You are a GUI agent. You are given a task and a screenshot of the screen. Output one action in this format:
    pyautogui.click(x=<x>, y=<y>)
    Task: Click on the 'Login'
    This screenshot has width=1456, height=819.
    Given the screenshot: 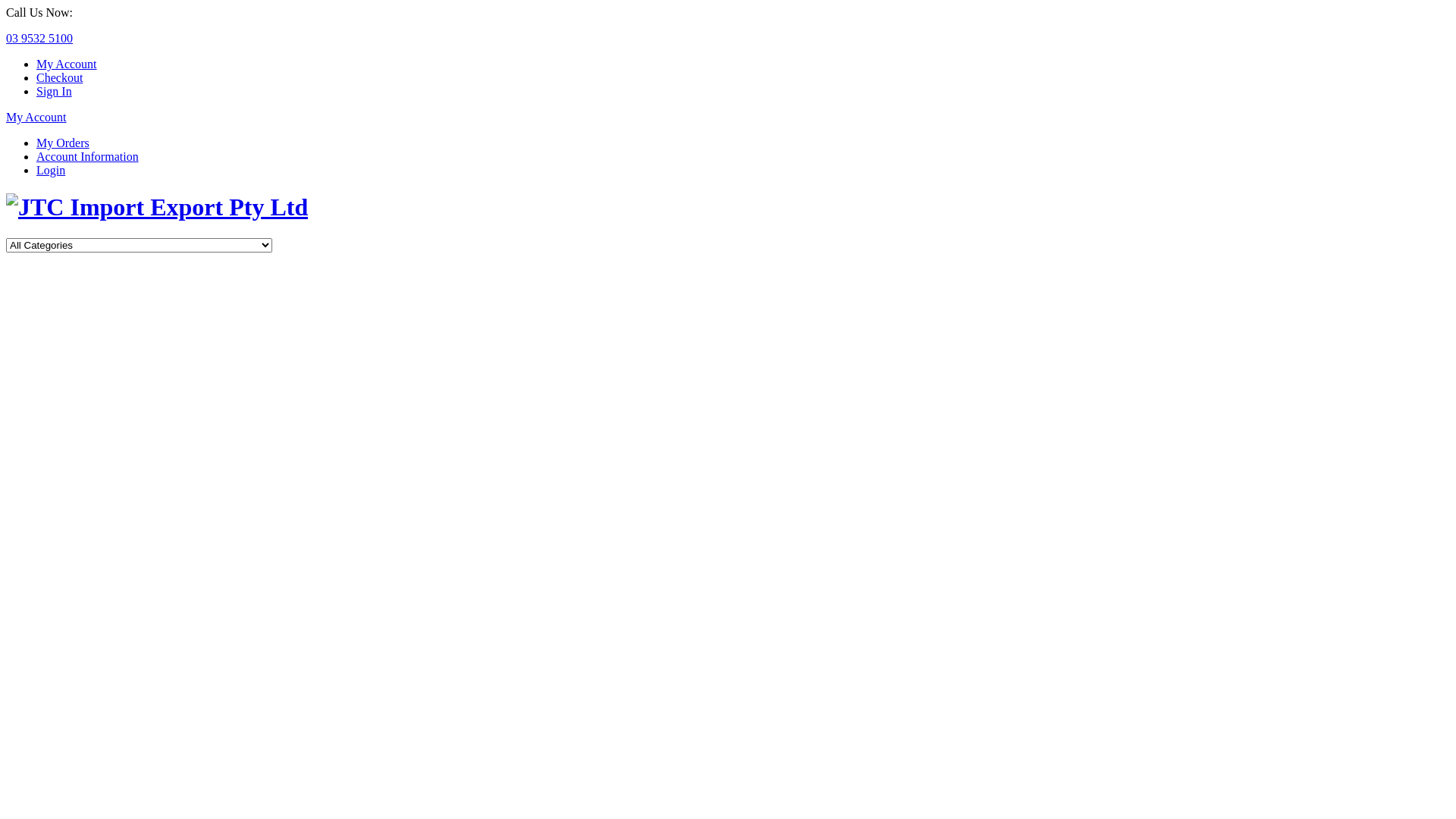 What is the action you would take?
    pyautogui.click(x=51, y=170)
    